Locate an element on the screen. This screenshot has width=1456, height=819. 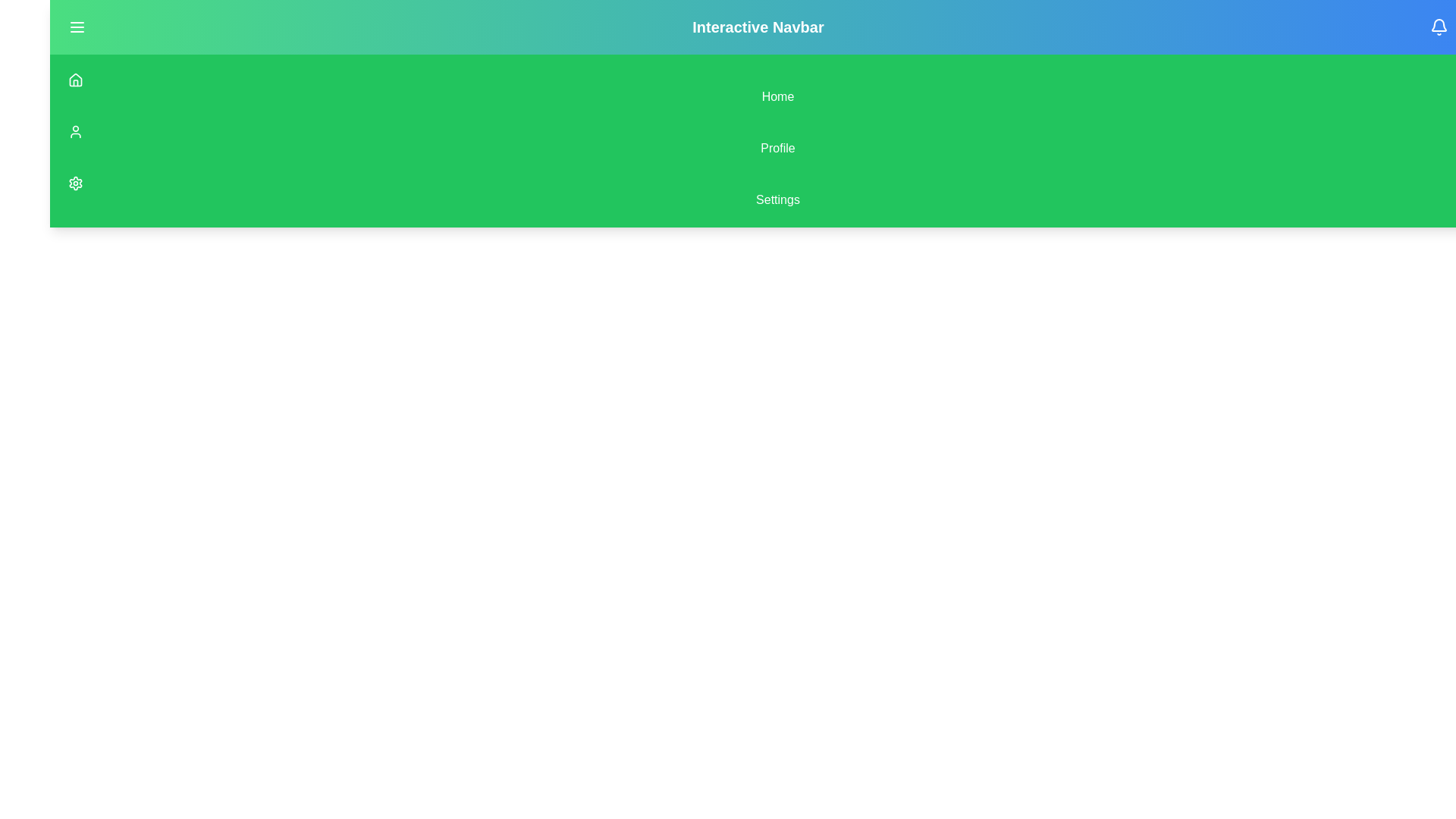
the bell icon button located at the top right corner of the interface is located at coordinates (1438, 27).